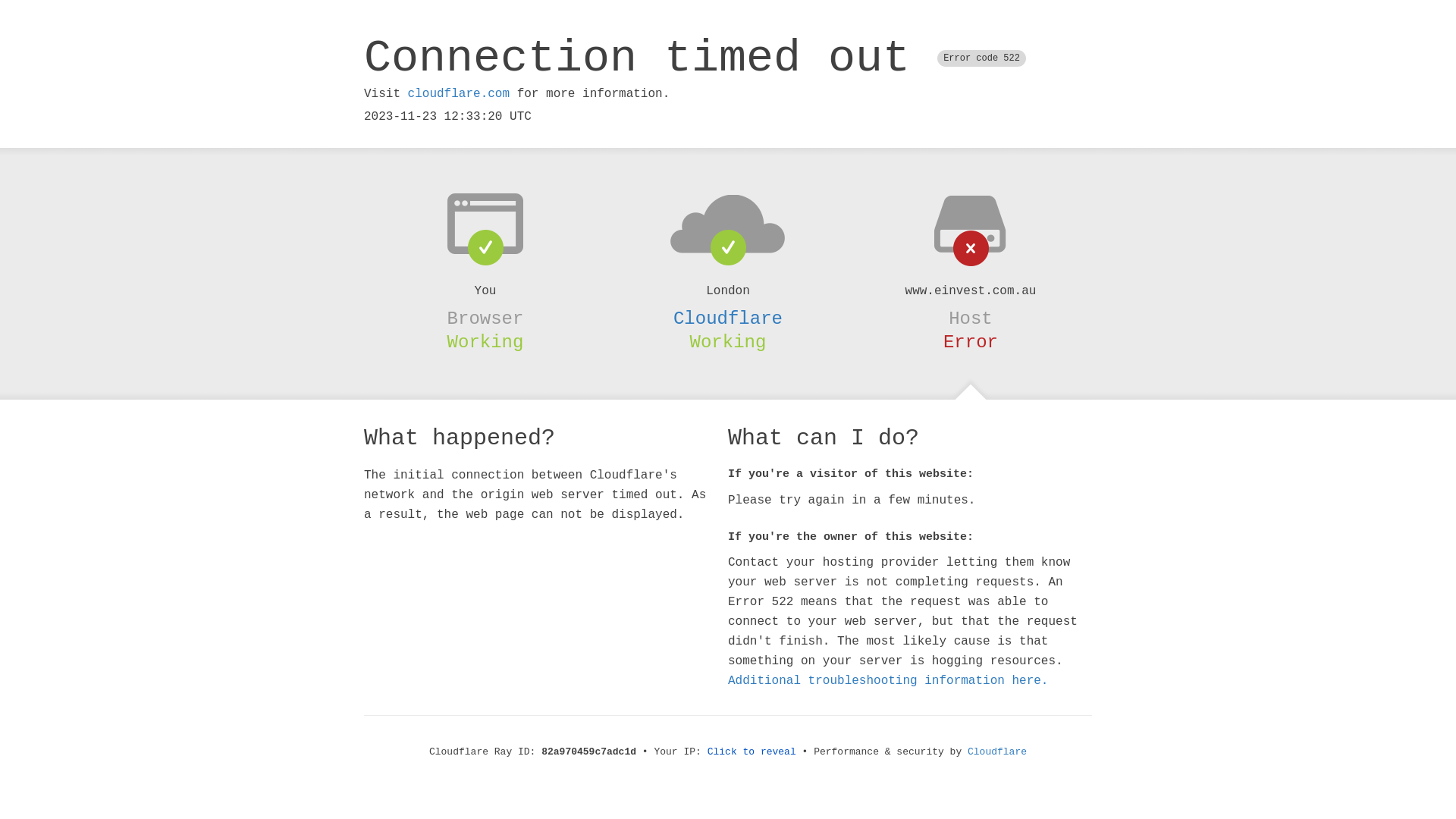  What do you see at coordinates (457, 93) in the screenshot?
I see `'cloudflare.com'` at bounding box center [457, 93].